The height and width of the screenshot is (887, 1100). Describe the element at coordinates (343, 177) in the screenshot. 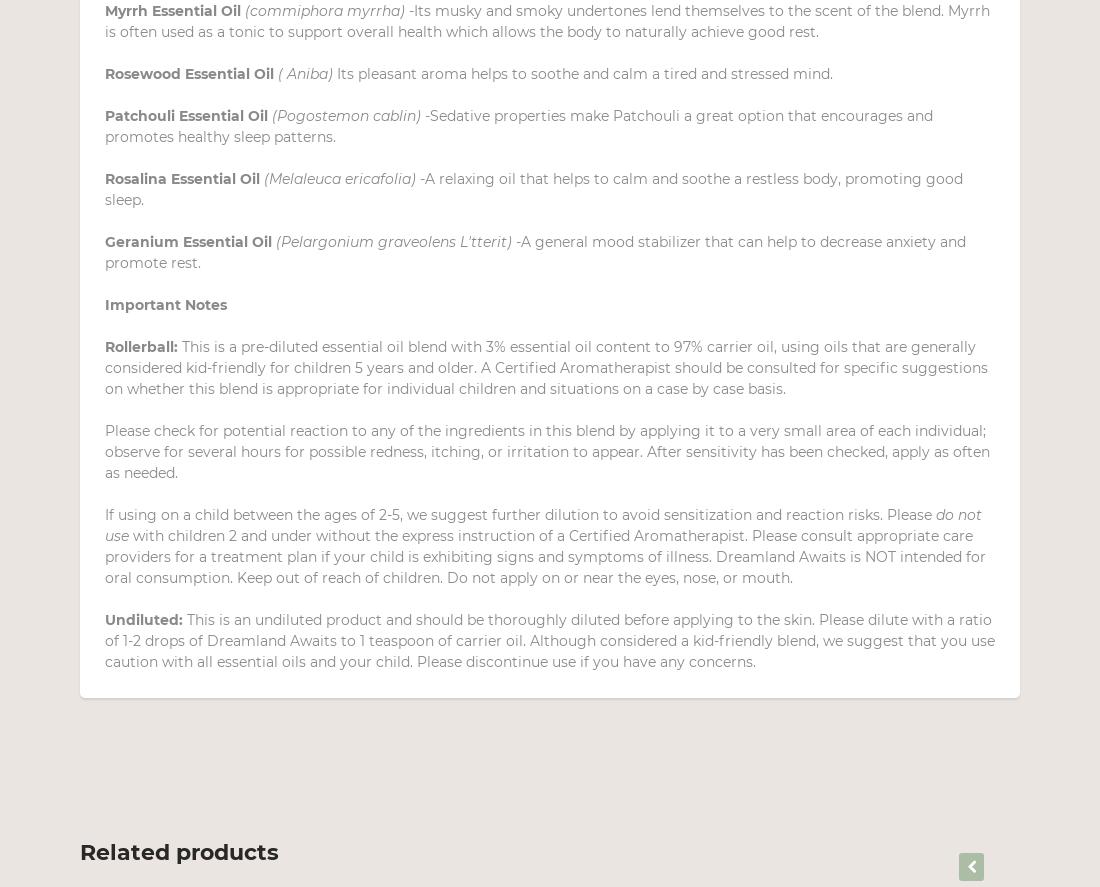

I see `'(Melaleuca ericafolia) -'` at that location.